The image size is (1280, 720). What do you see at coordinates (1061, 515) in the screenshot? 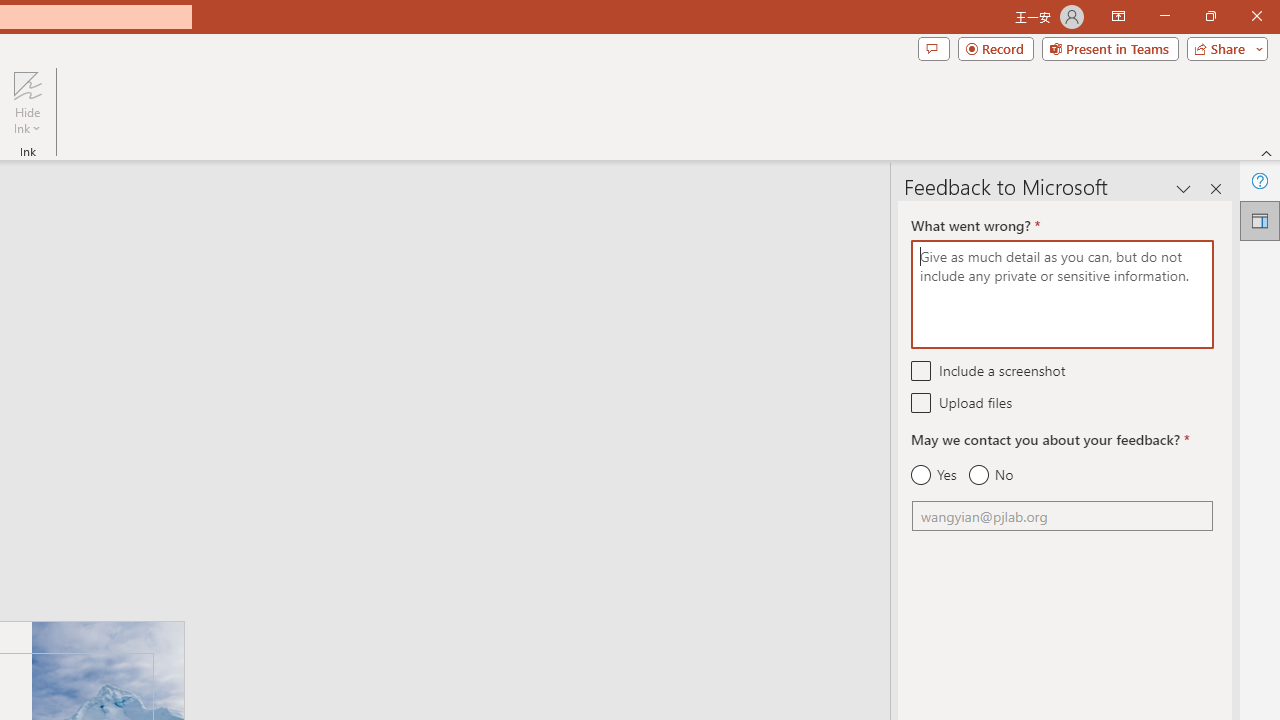
I see `'Email'` at bounding box center [1061, 515].